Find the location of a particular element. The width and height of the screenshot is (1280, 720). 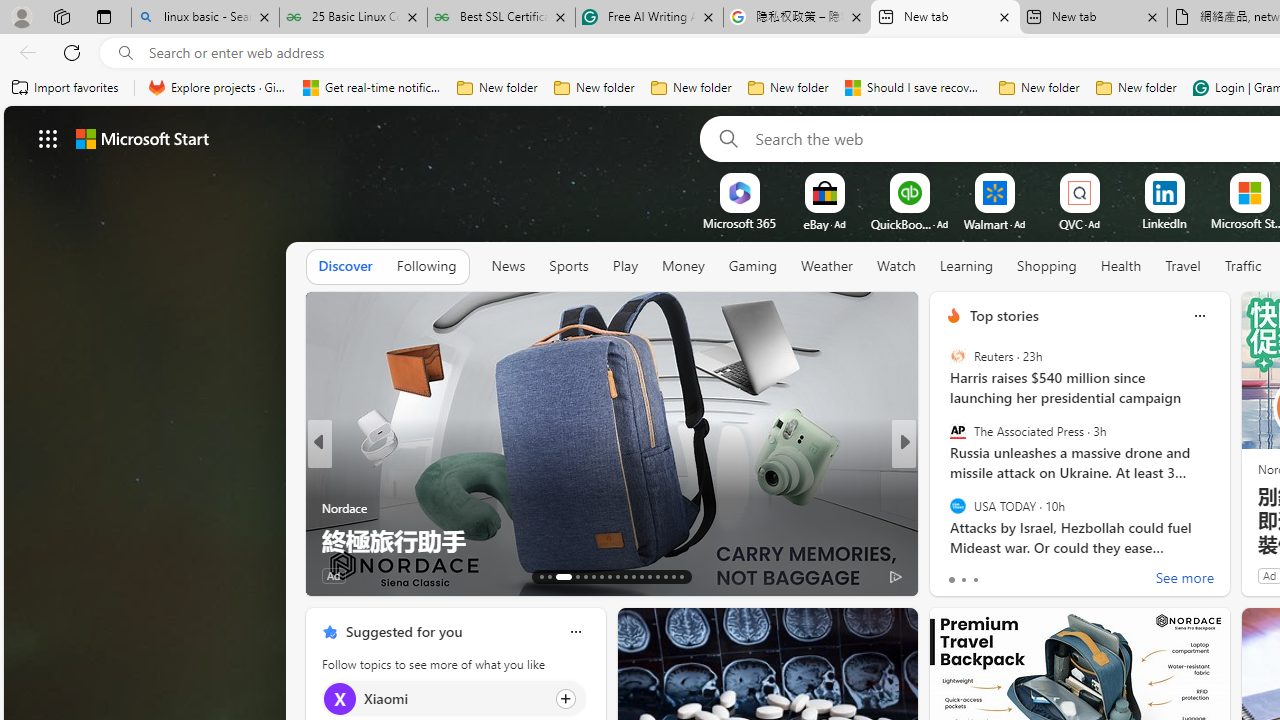

'AutomationID: tab-17' is located at coordinates (584, 577).